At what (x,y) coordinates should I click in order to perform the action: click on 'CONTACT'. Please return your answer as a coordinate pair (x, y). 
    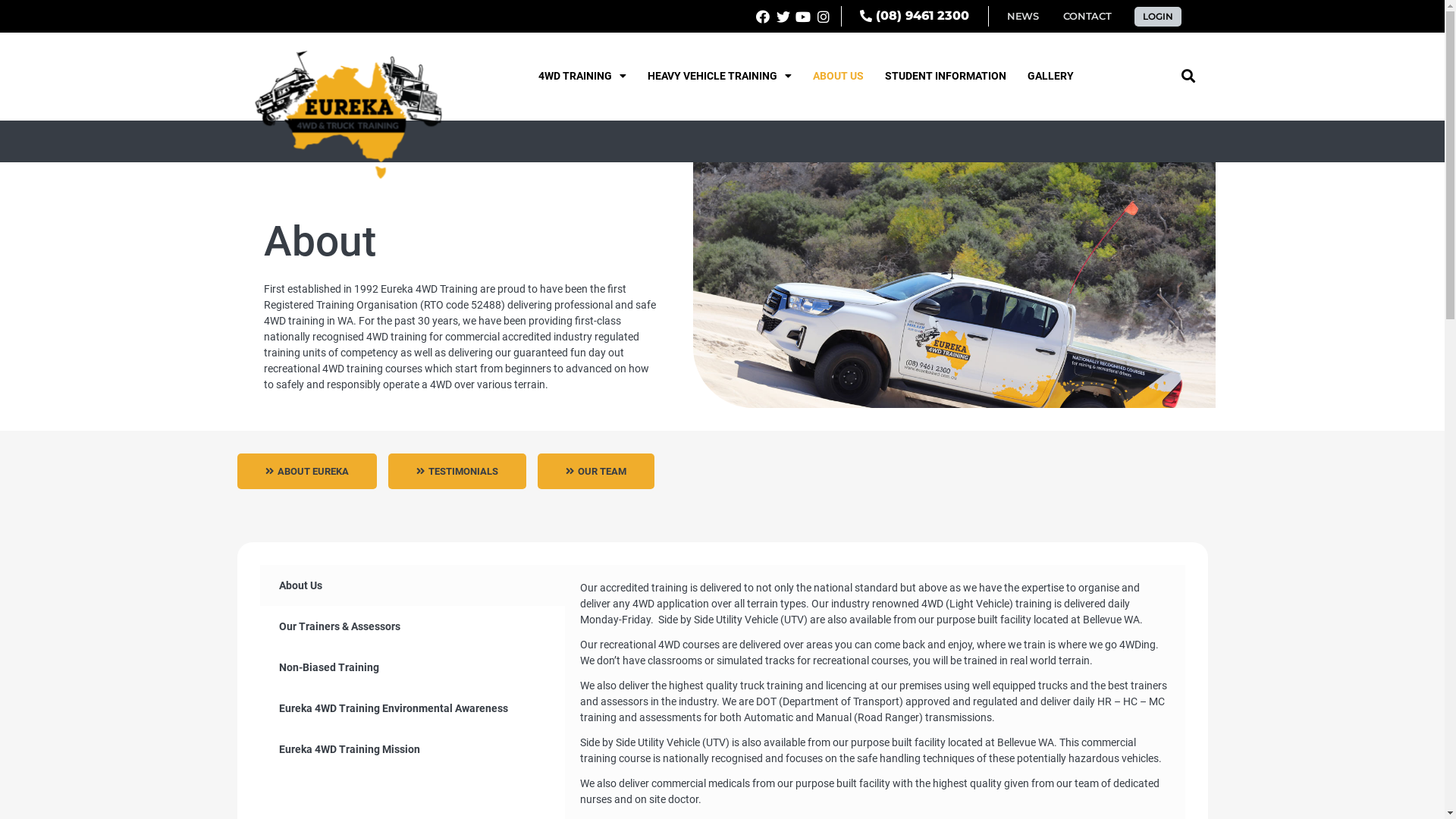
    Looking at the image, I should click on (1086, 16).